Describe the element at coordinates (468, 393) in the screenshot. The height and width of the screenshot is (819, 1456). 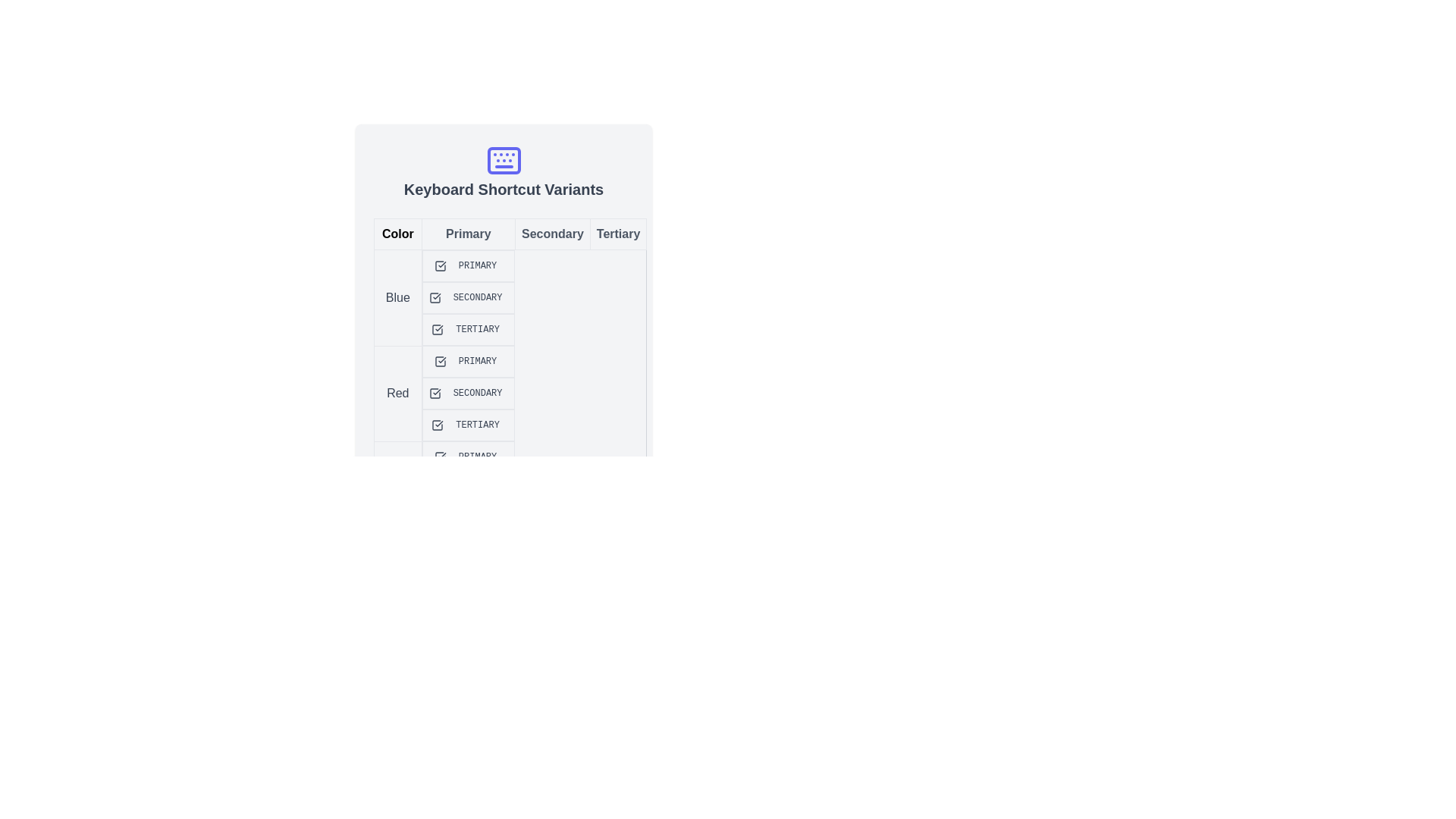
I see `the 'Secondary' label for the 'Red' category` at that location.